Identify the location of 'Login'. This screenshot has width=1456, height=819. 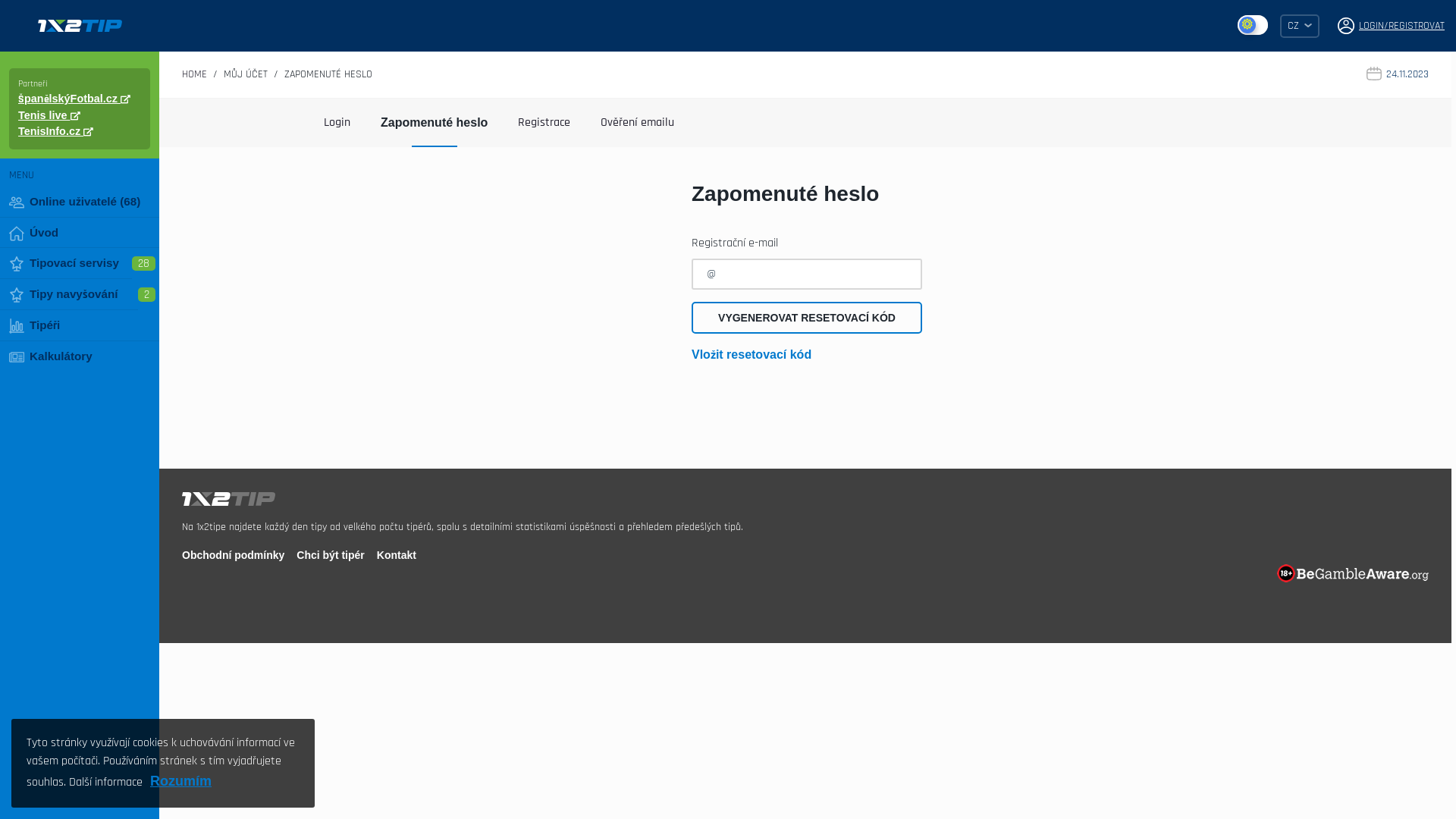
(336, 121).